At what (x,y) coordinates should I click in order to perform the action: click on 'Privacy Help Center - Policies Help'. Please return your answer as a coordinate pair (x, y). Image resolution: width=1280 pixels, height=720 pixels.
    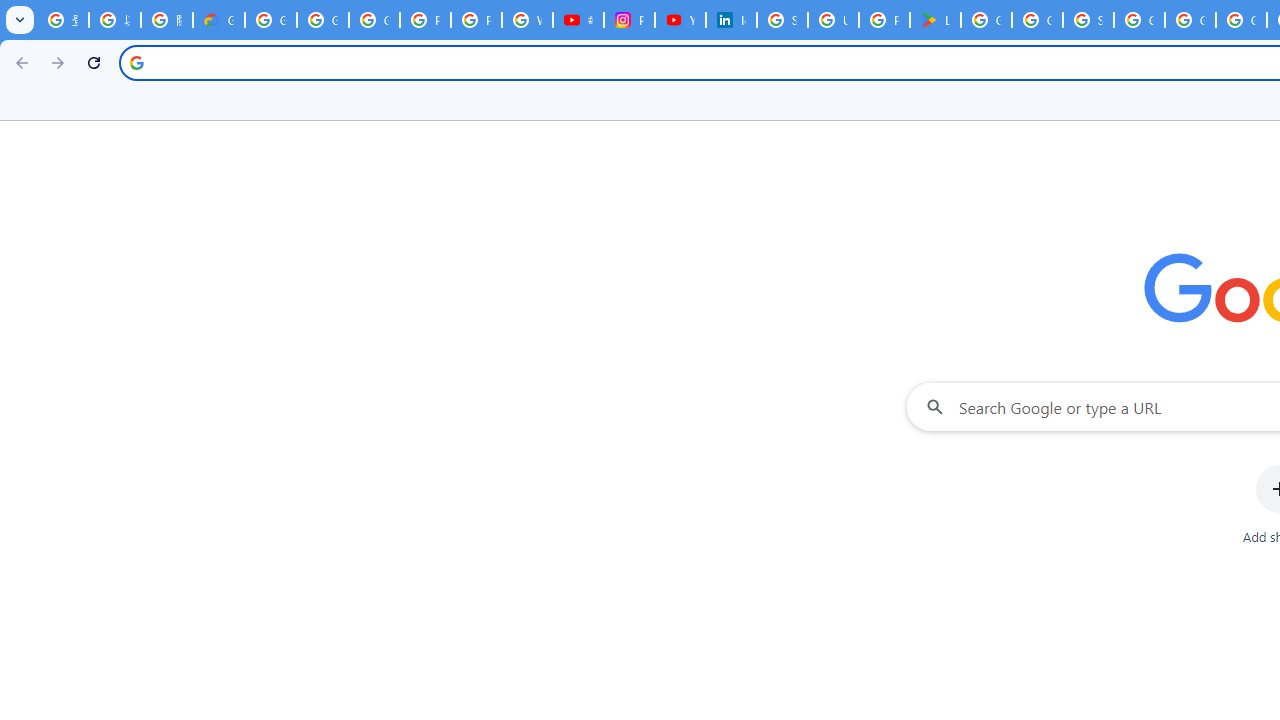
    Looking at the image, I should click on (475, 20).